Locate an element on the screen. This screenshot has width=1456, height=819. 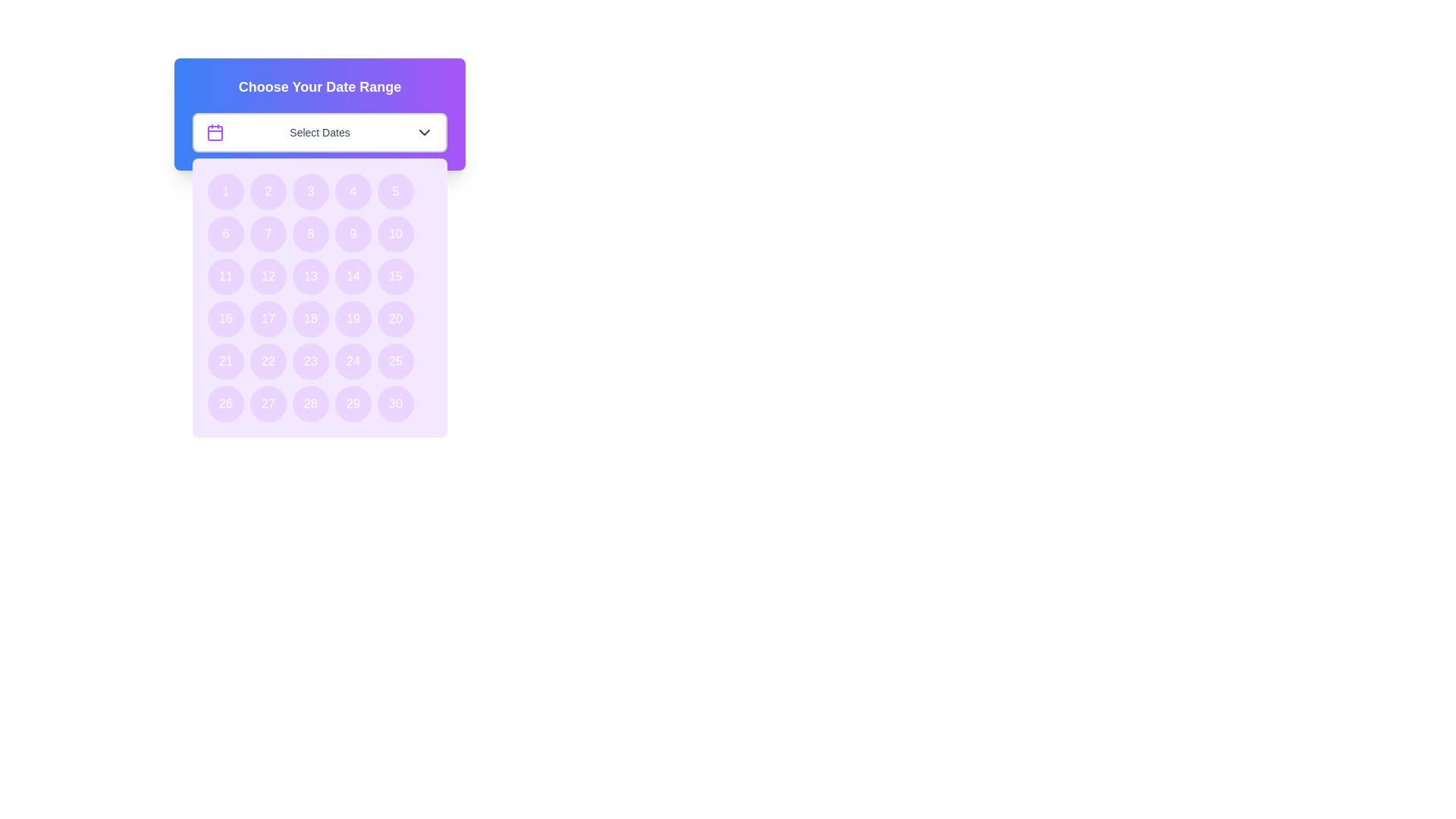
the date selection button for the 17th day located in the second position of the fifth row in the calendar interface is located at coordinates (268, 318).